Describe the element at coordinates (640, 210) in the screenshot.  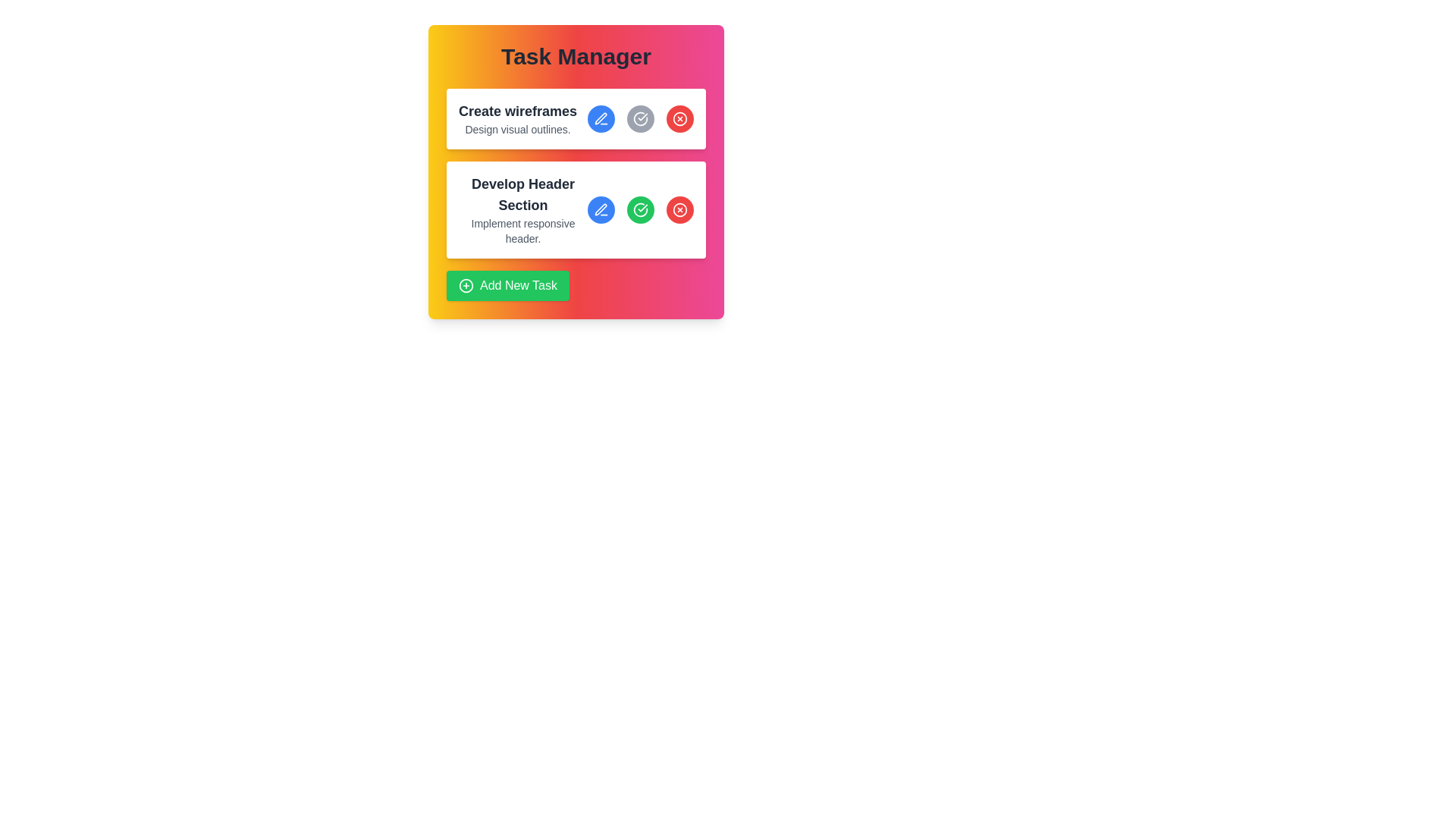
I see `the 'complete task' button located to the right of the text 'Develop Header Section' in the second row of the task list to mark the task as complete` at that location.